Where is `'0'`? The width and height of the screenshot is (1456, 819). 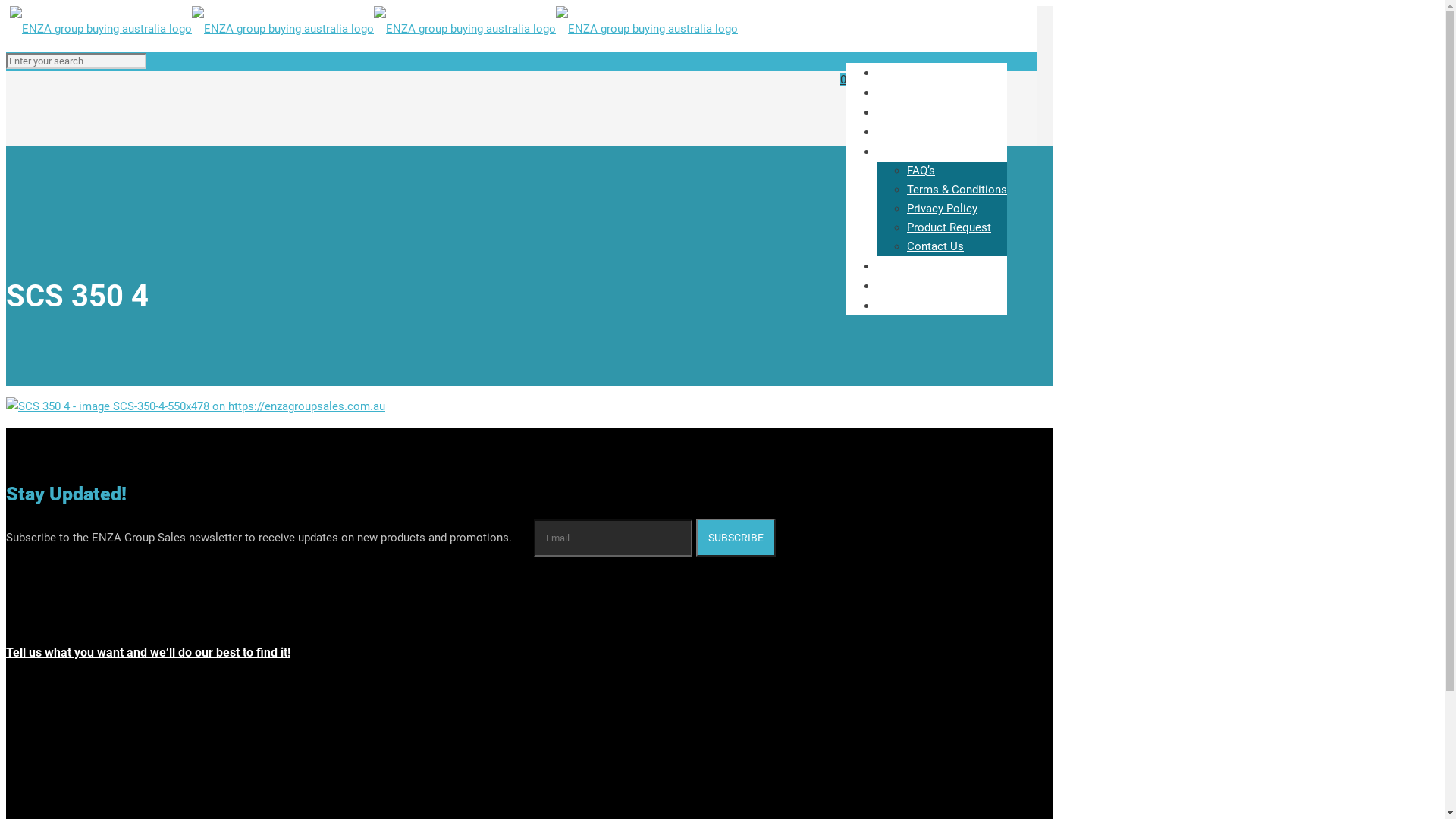 '0' is located at coordinates (843, 80).